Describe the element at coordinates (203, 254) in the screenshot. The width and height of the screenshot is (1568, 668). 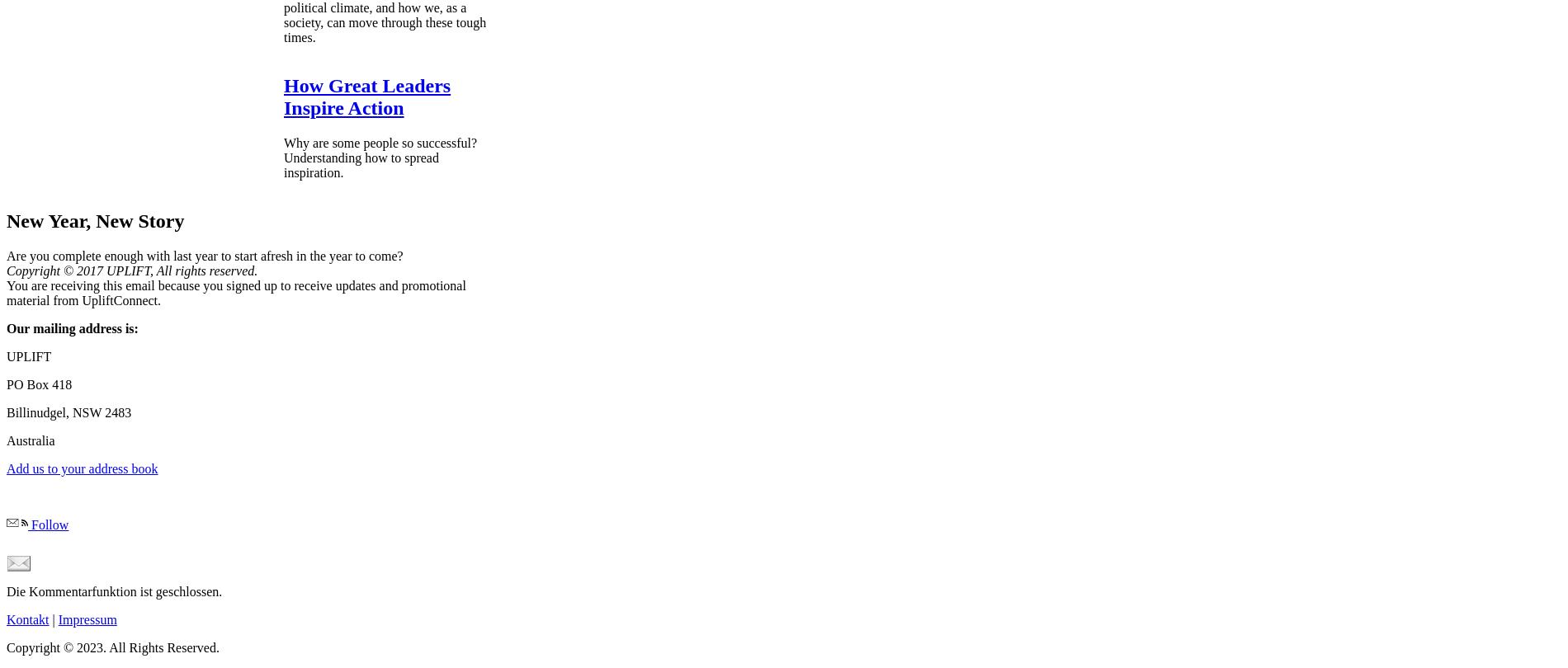
I see `'Are you complete enough with last year to start afresh in the year to come?'` at that location.